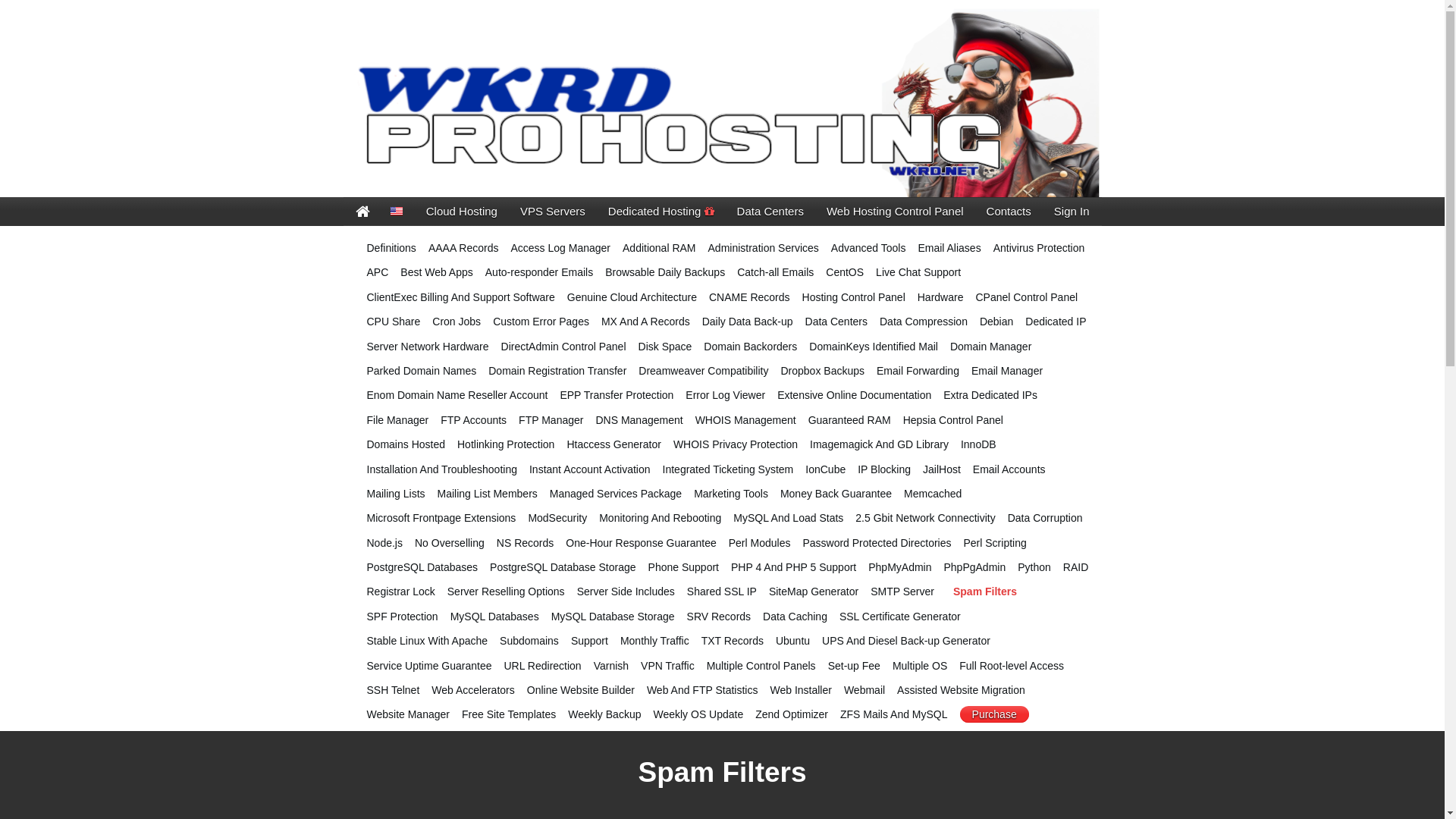 Image resolution: width=1456 pixels, height=819 pixels. What do you see at coordinates (463, 247) in the screenshot?
I see `'AAAA Records'` at bounding box center [463, 247].